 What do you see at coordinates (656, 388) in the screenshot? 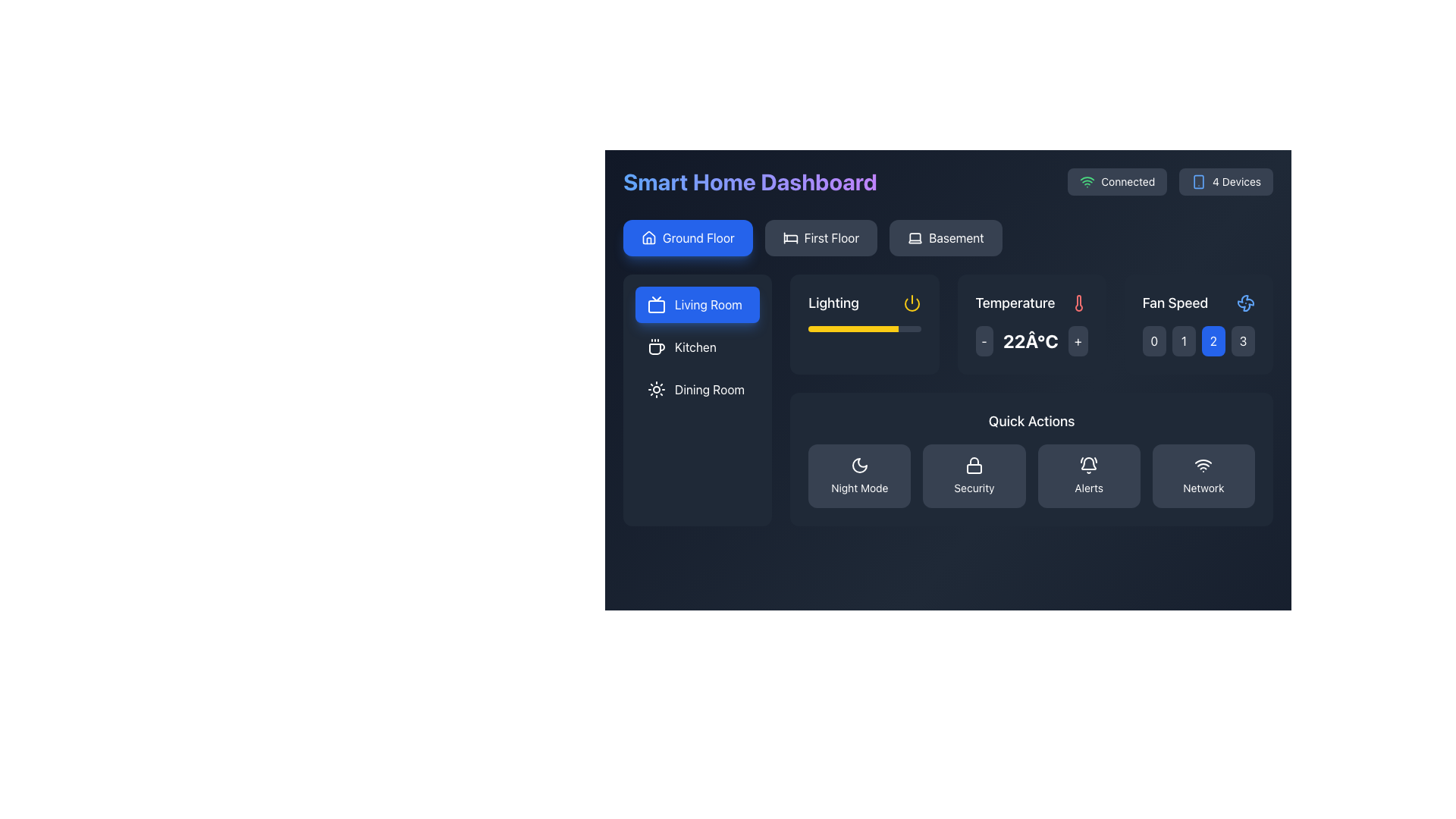
I see `the sun-shaped icon representing the 'Dining Room' option in the left-side navigation panel` at bounding box center [656, 388].